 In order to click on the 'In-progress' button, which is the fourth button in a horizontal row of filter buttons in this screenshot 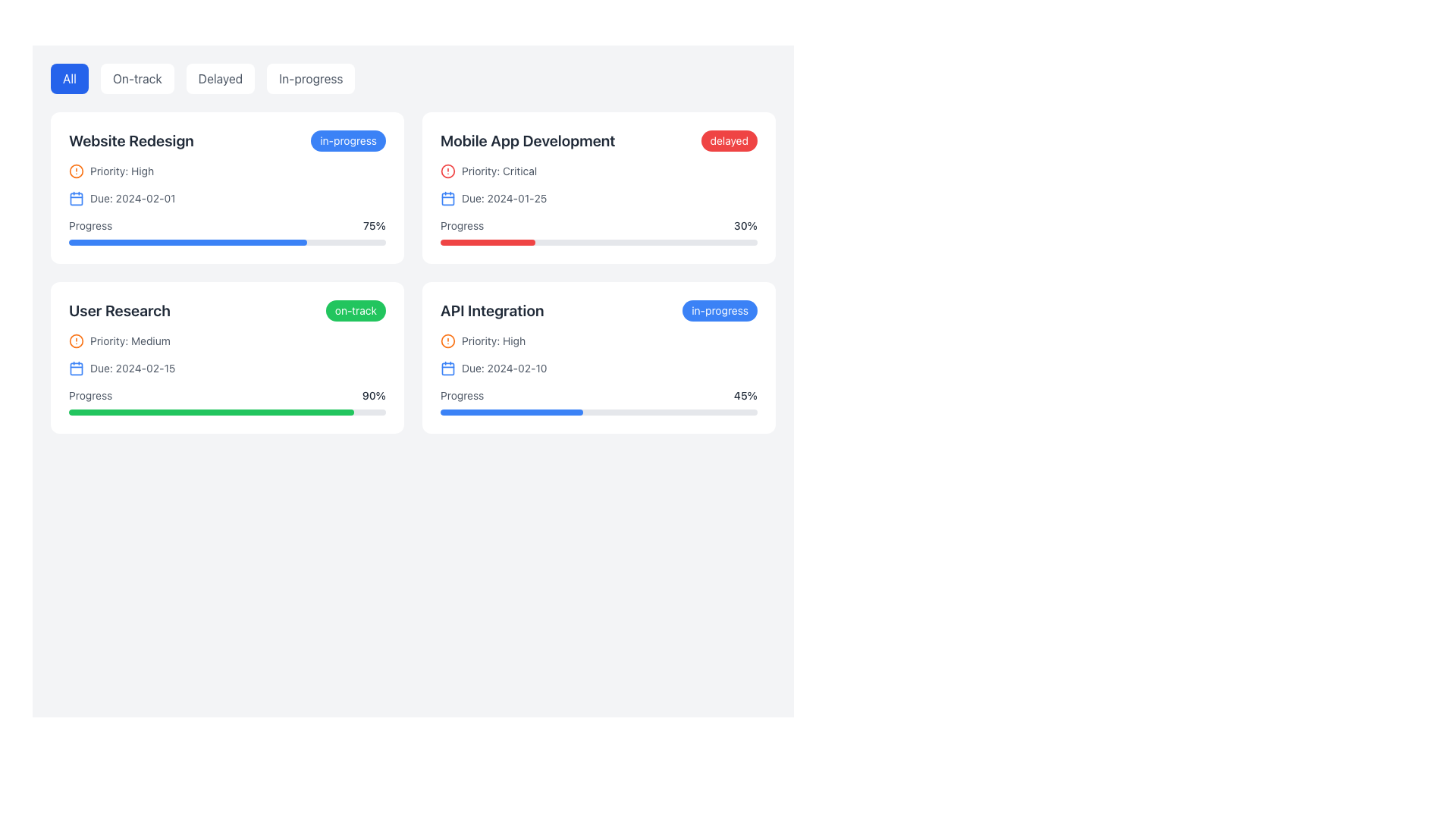, I will do `click(310, 79)`.